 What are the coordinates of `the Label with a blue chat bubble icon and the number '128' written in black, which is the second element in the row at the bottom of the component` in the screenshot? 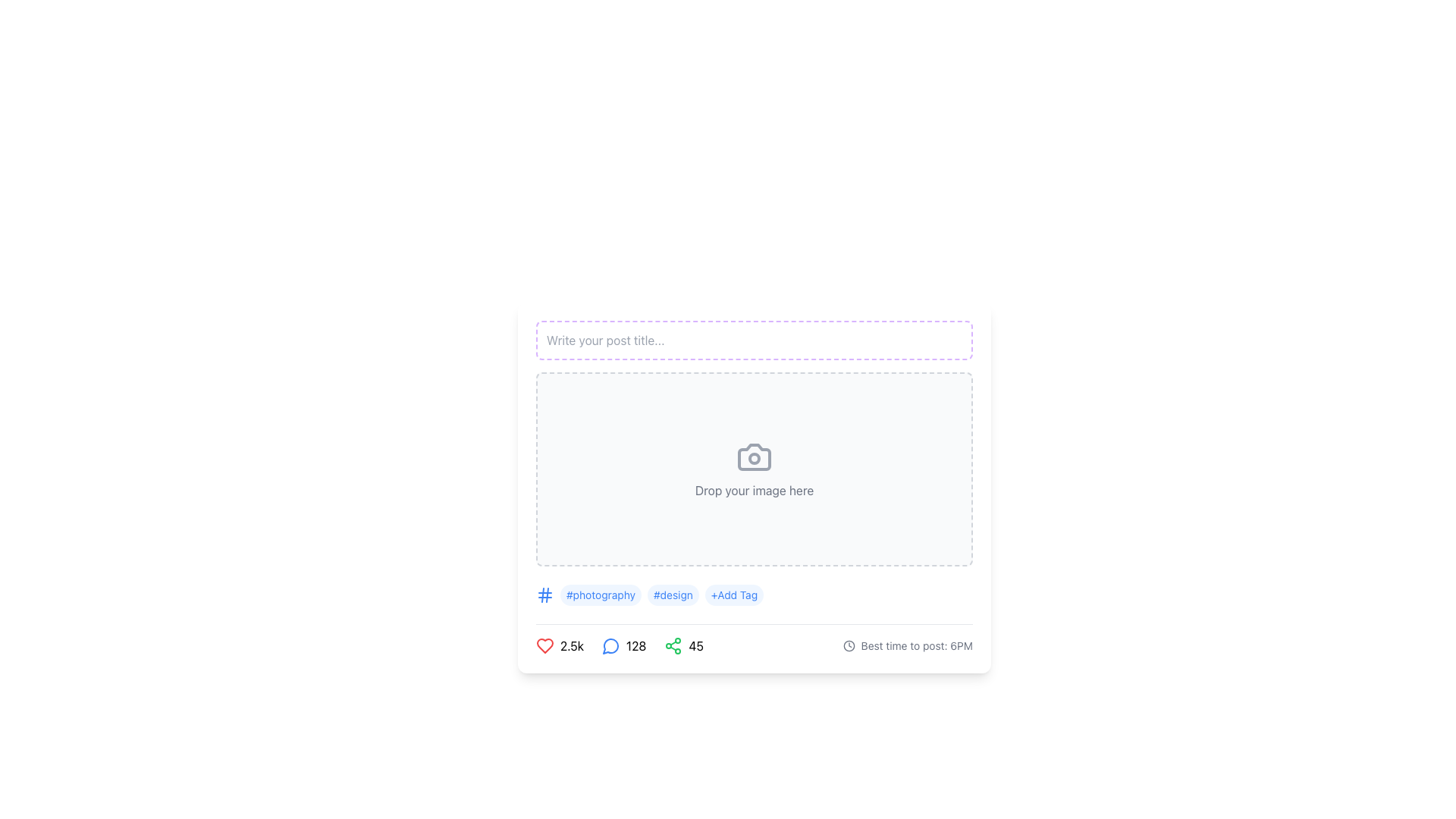 It's located at (624, 646).